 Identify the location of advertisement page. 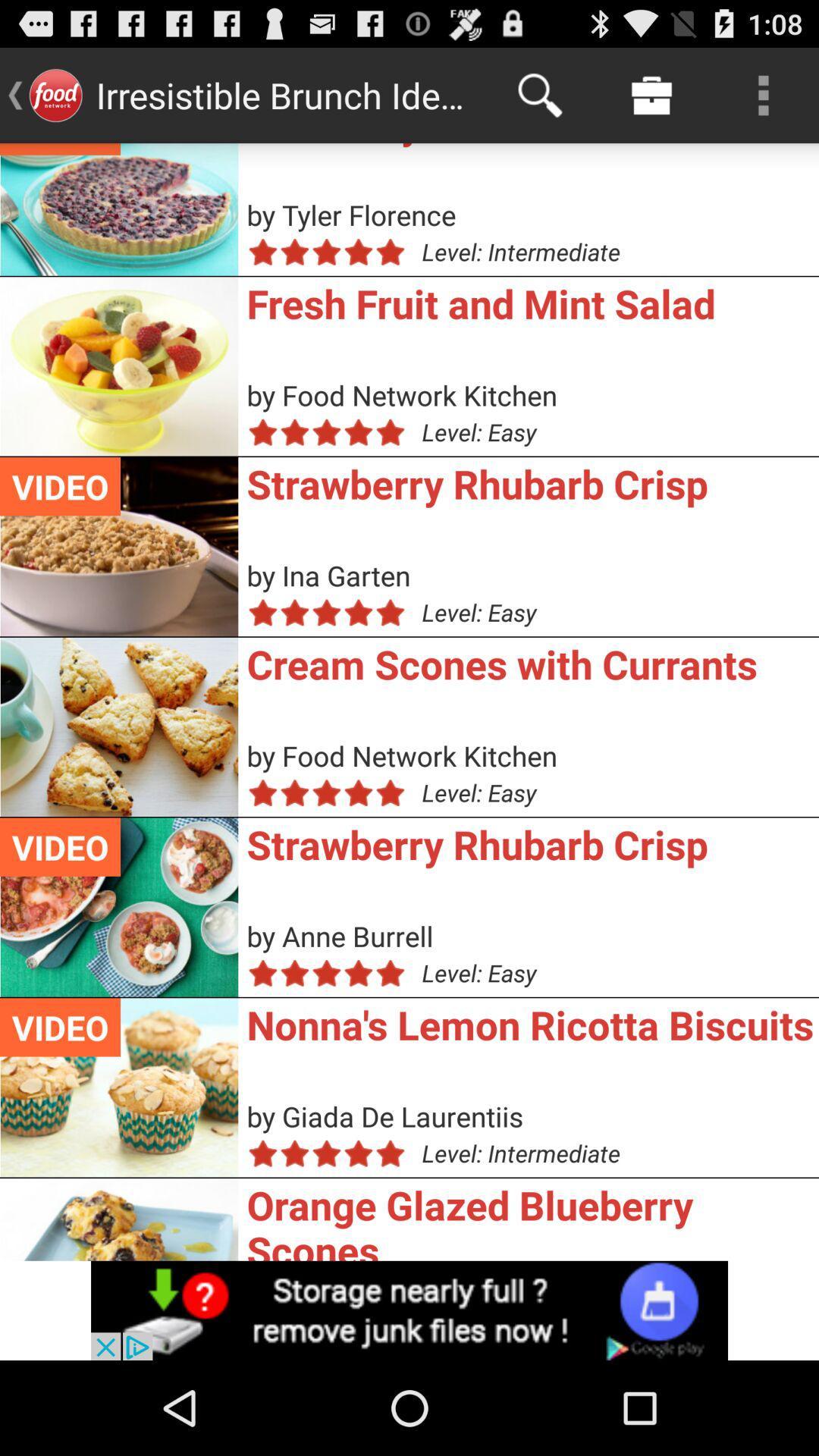
(409, 1310).